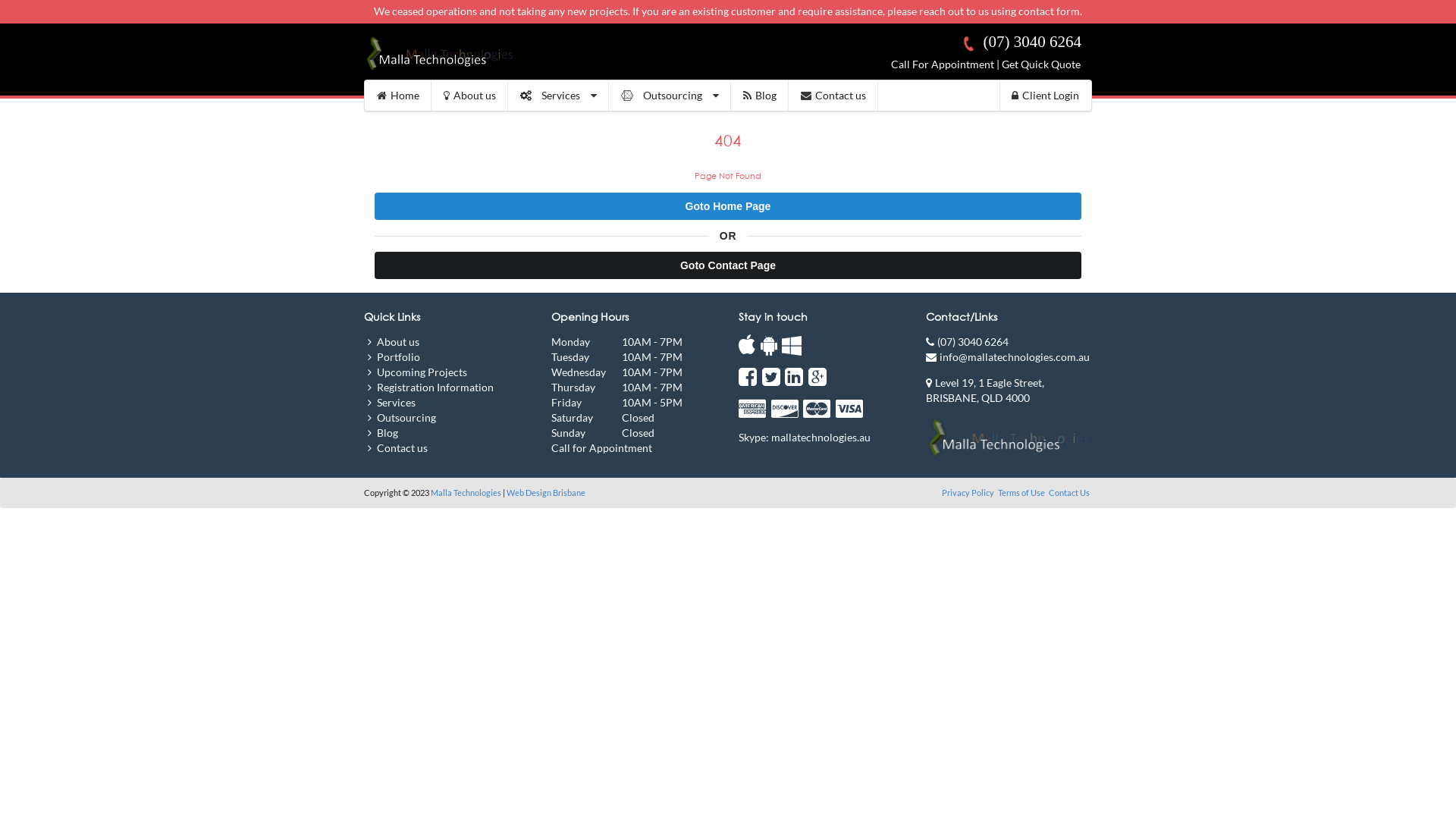  I want to click on 'Client Login', so click(1044, 96).